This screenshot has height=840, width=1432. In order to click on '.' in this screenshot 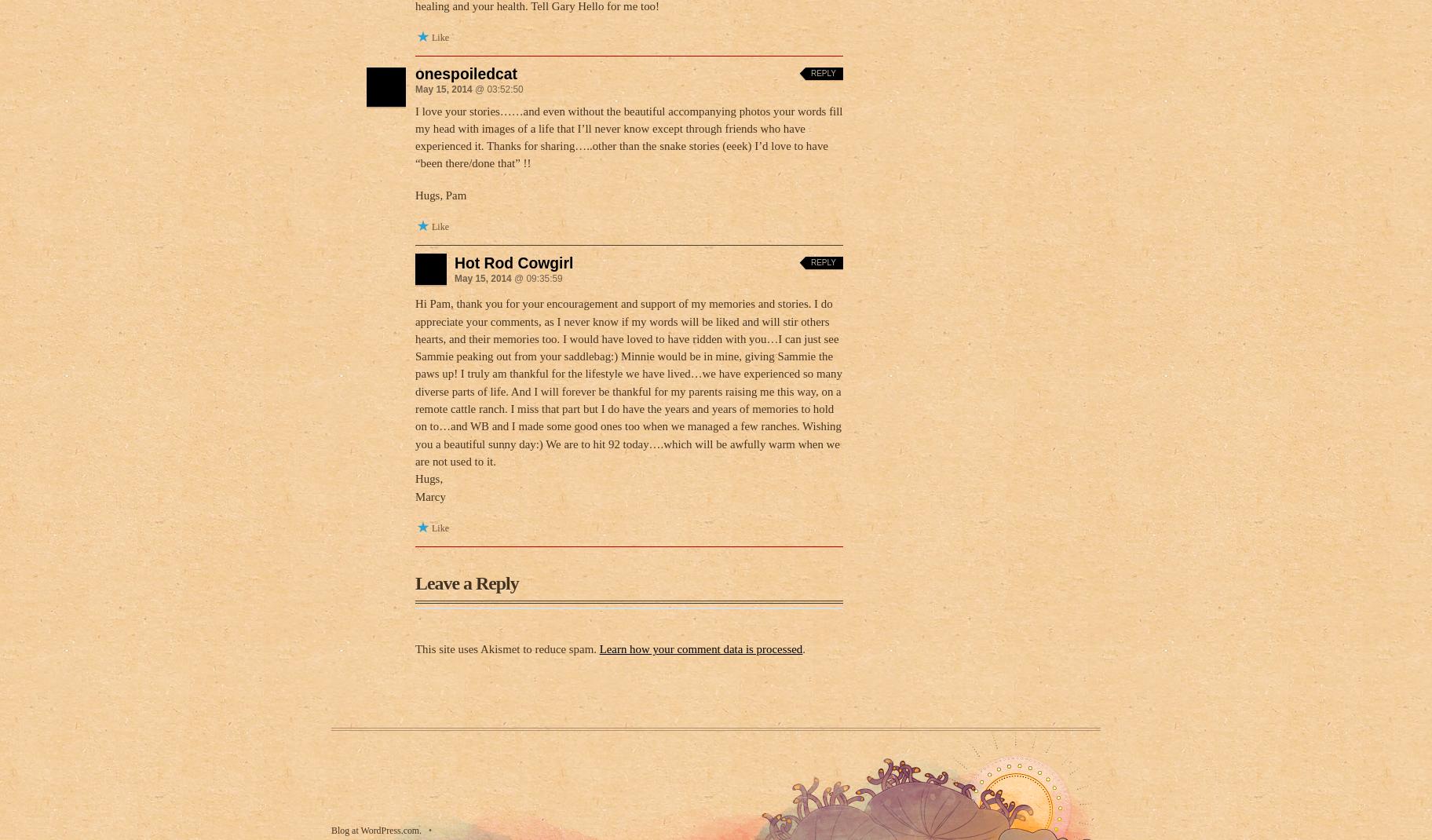, I will do `click(802, 649)`.